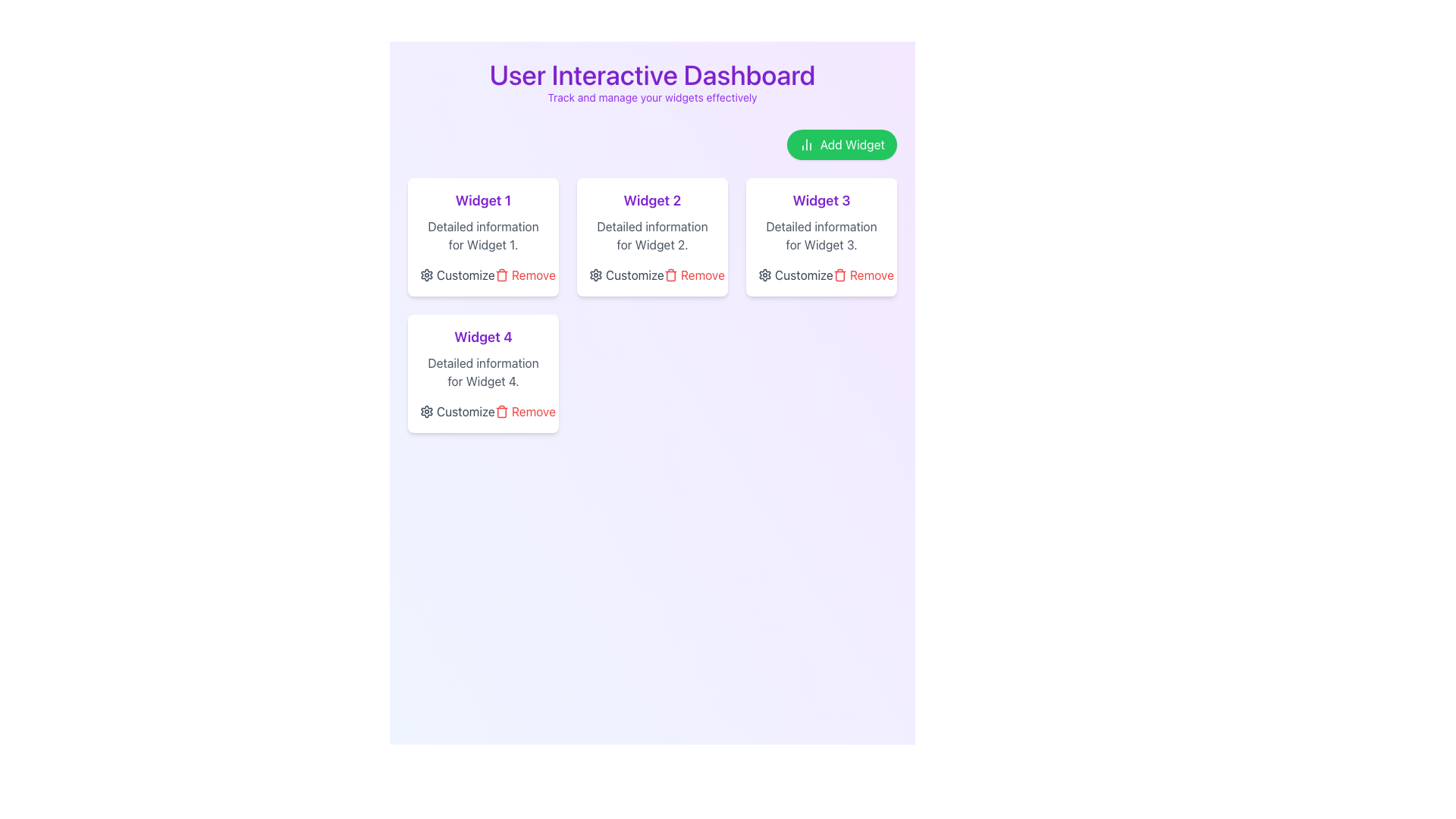 The width and height of the screenshot is (1456, 819). Describe the element at coordinates (525, 275) in the screenshot. I see `the delete button located at the bottom-right corner of 'Widget 1'` at that location.